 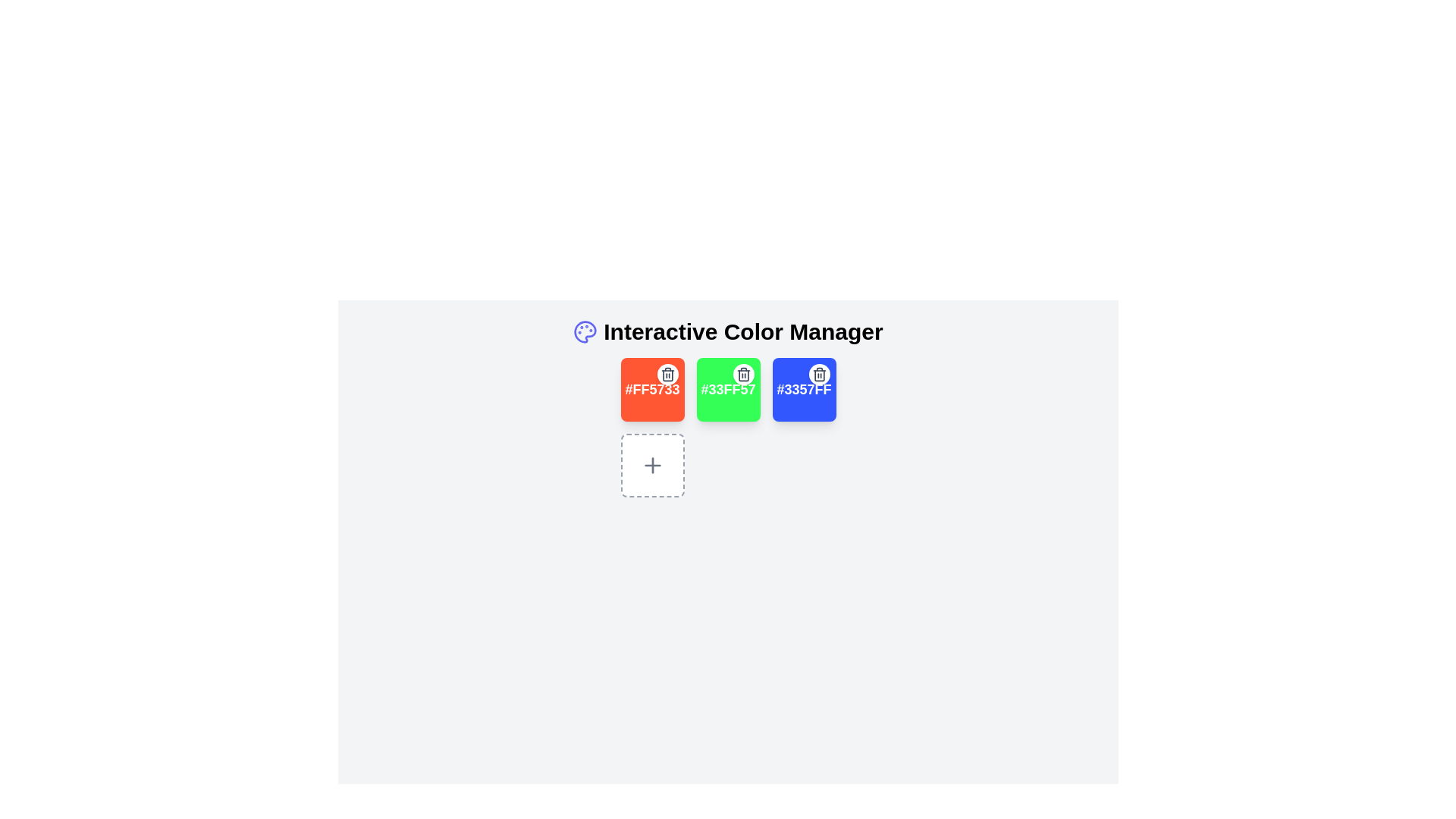 What do you see at coordinates (818, 374) in the screenshot?
I see `the trash icon located at the top-right corner of the blue card` at bounding box center [818, 374].